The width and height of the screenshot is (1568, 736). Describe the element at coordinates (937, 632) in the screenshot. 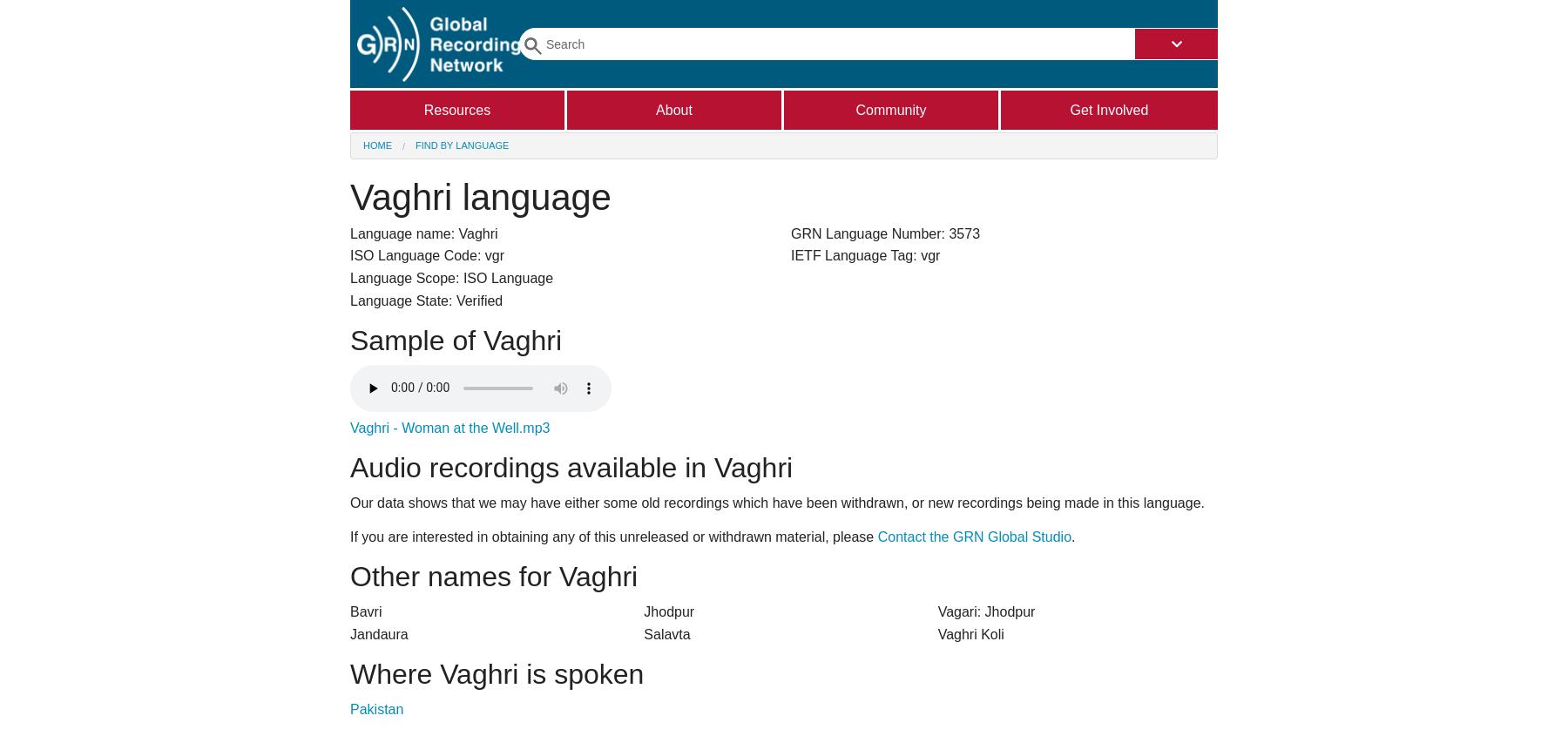

I see `'Vaghri Koli'` at that location.